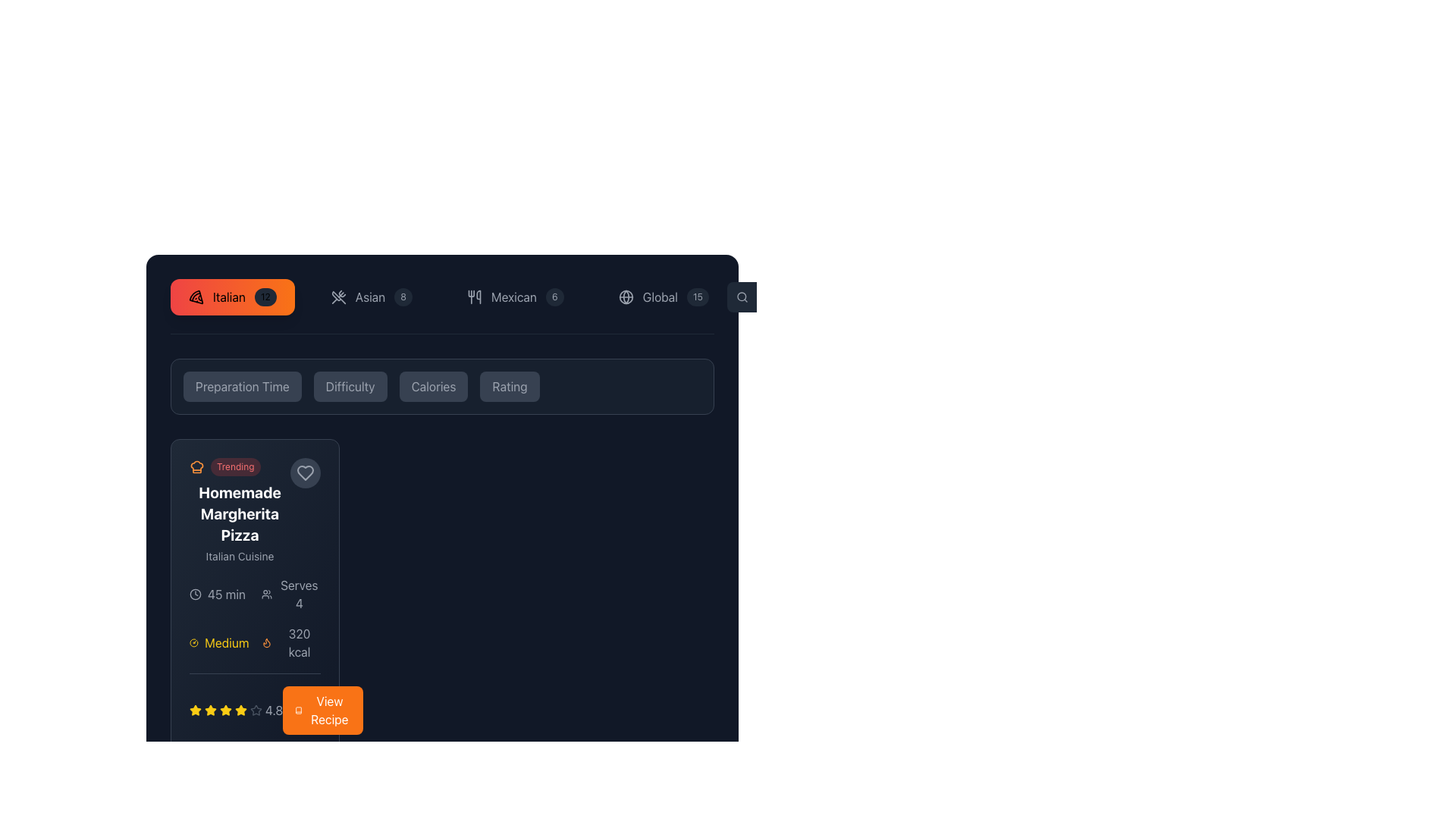 The height and width of the screenshot is (819, 1456). Describe the element at coordinates (240, 711) in the screenshot. I see `the sixth star icon, which is a yellow star shaped like a rating indicator and part of a group of similar icons below food item information` at that location.